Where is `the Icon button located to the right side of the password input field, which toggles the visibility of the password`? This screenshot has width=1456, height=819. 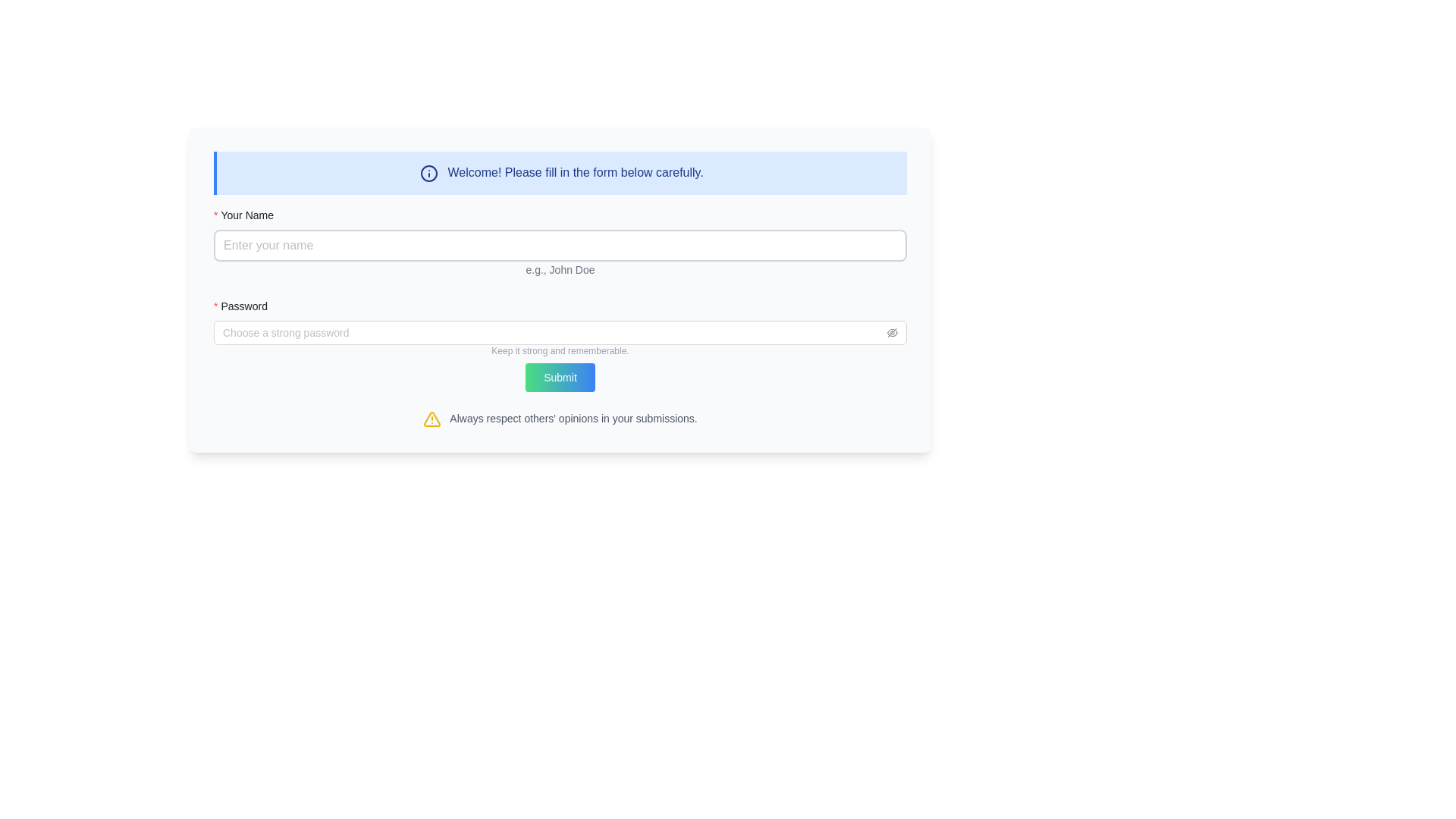
the Icon button located to the right side of the password input field, which toggles the visibility of the password is located at coordinates (892, 331).